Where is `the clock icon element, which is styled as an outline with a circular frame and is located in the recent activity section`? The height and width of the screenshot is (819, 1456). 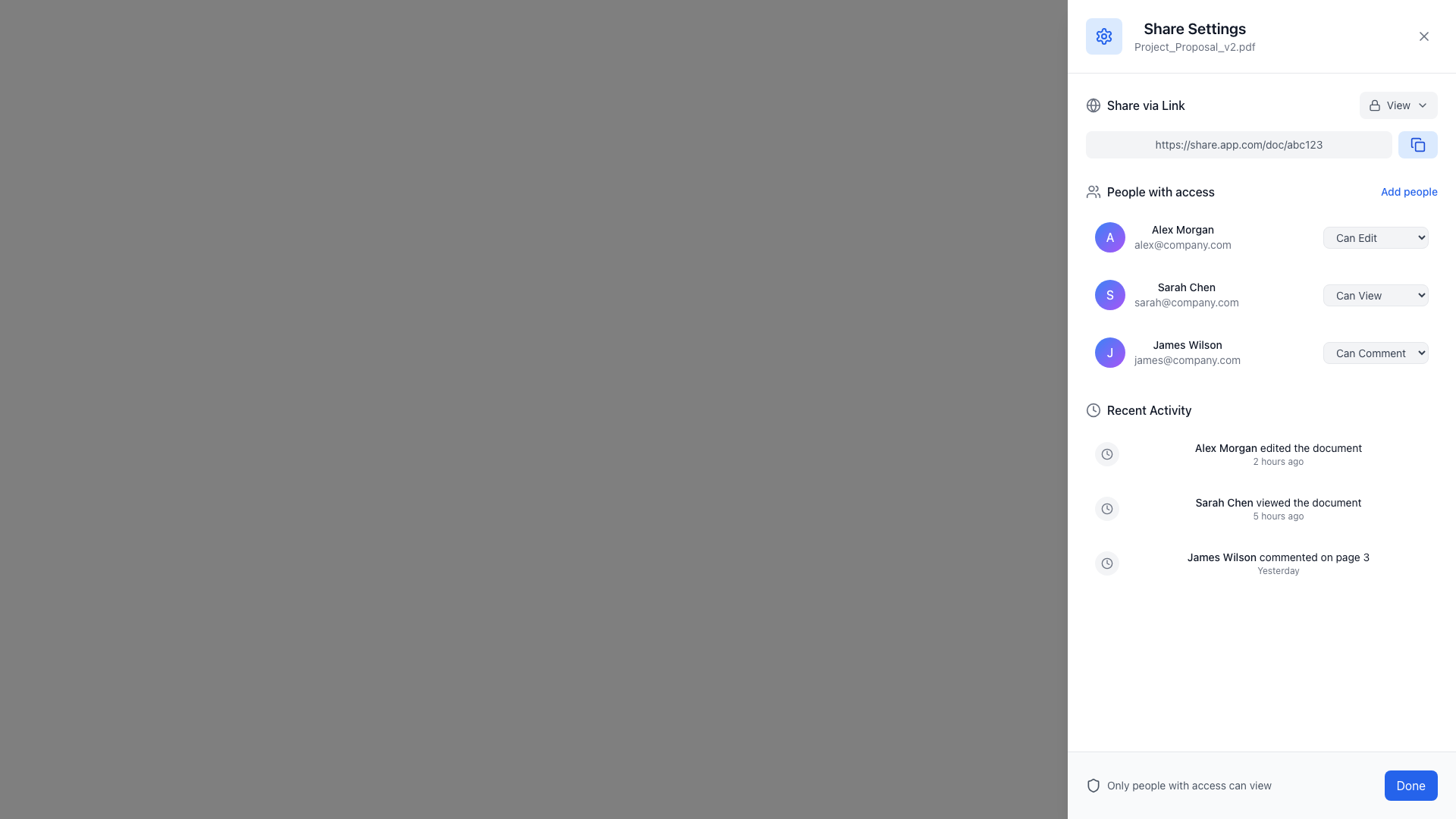
the clock icon element, which is styled as an outline with a circular frame and is located in the recent activity section is located at coordinates (1106, 563).